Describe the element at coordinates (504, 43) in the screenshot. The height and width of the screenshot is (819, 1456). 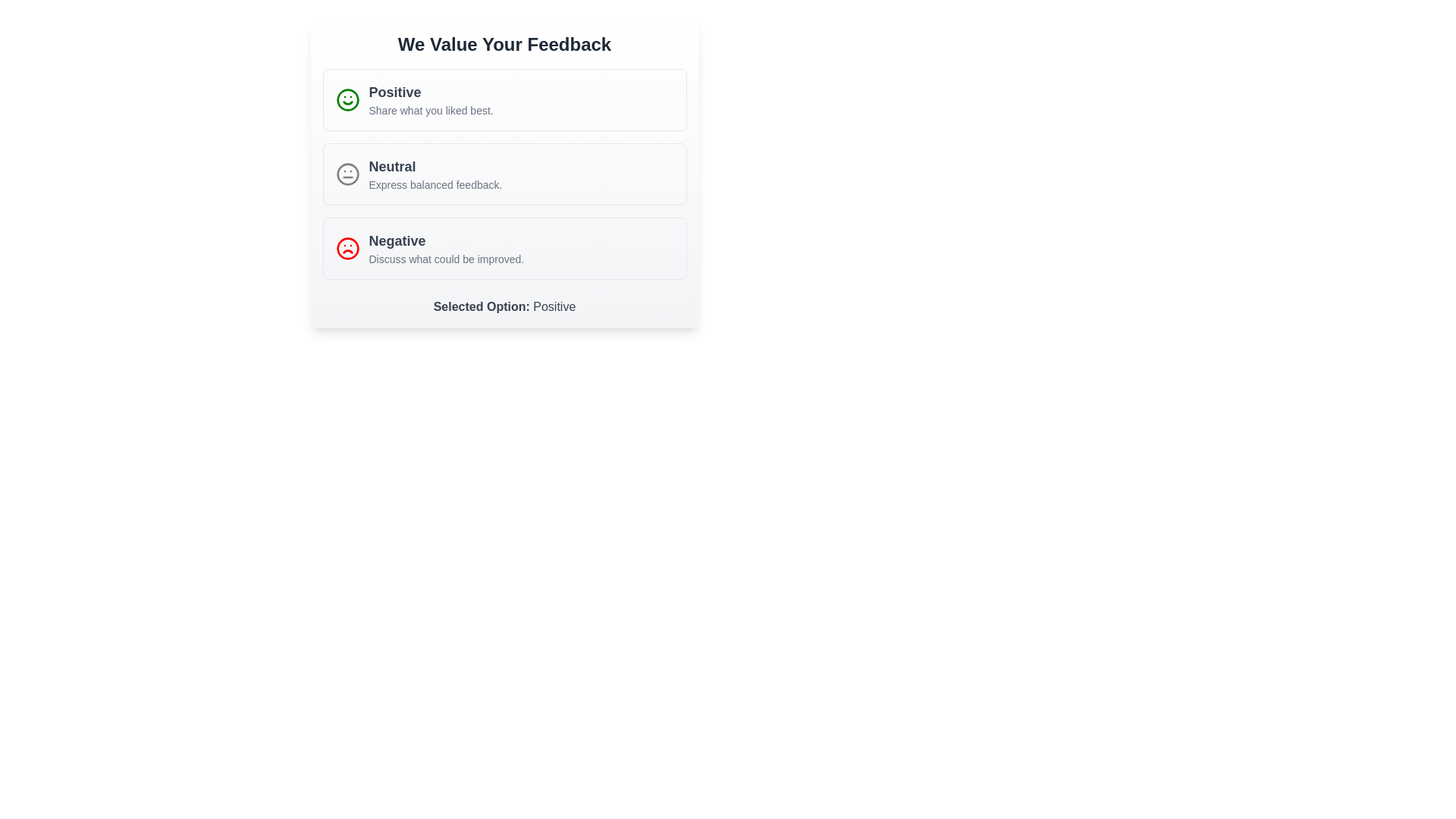
I see `the text label or heading component at the top of the feedback form` at that location.